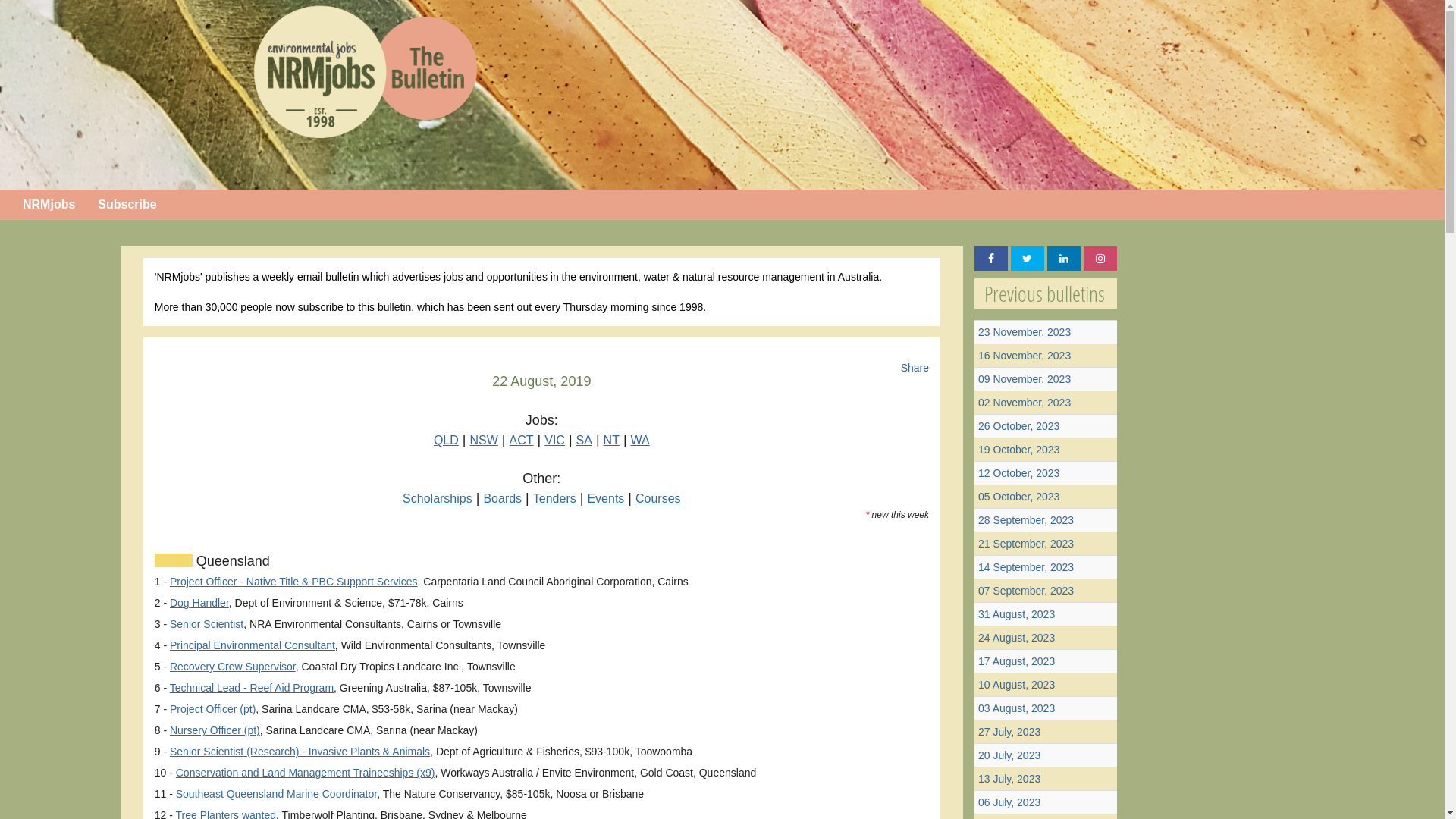 The height and width of the screenshot is (819, 1456). What do you see at coordinates (403, 498) in the screenshot?
I see `'Scholarships'` at bounding box center [403, 498].